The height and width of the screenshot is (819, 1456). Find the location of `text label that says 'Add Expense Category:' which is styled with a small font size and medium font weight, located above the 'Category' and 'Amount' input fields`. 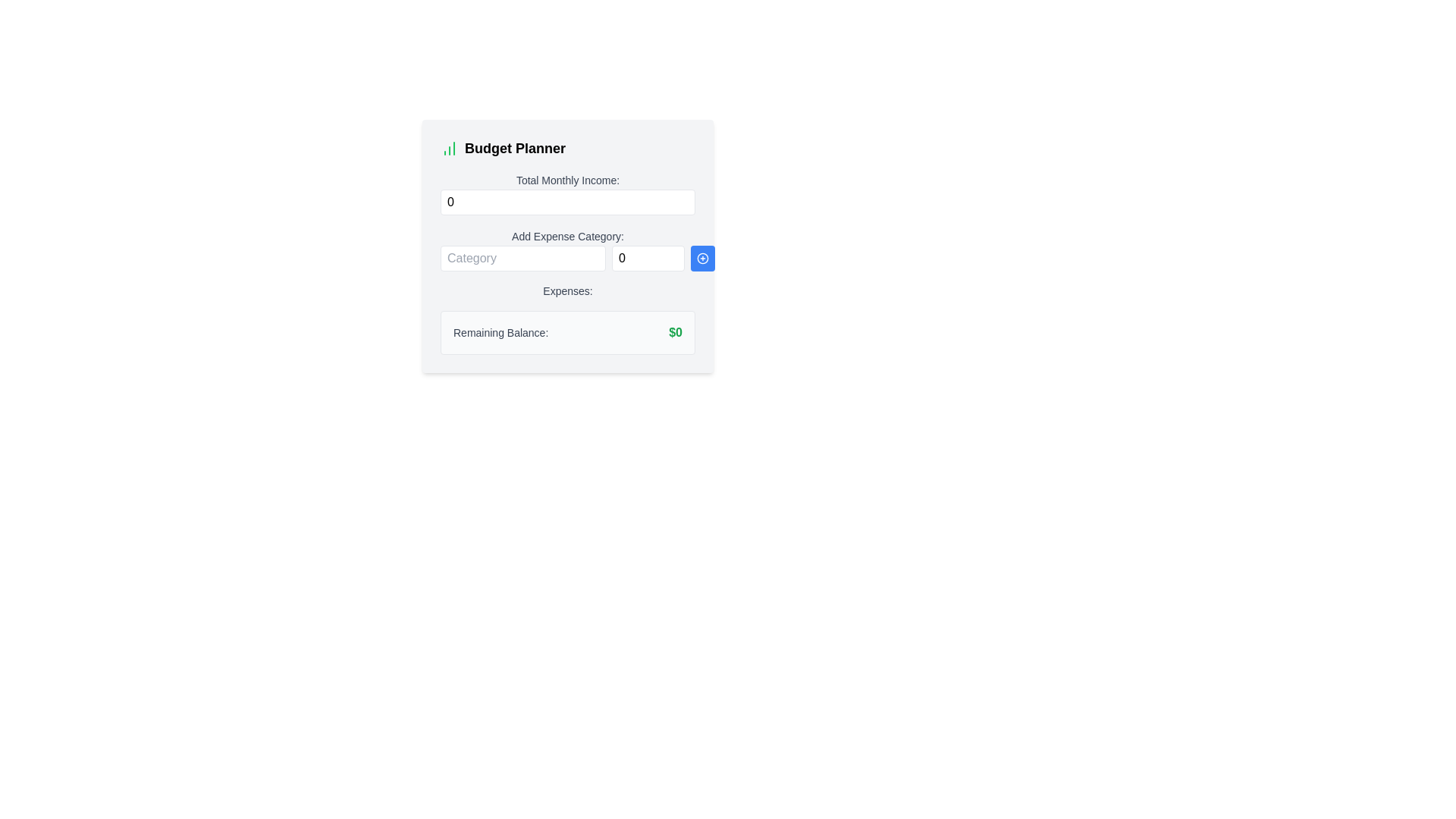

text label that says 'Add Expense Category:' which is styled with a small font size and medium font weight, located above the 'Category' and 'Amount' input fields is located at coordinates (566, 237).